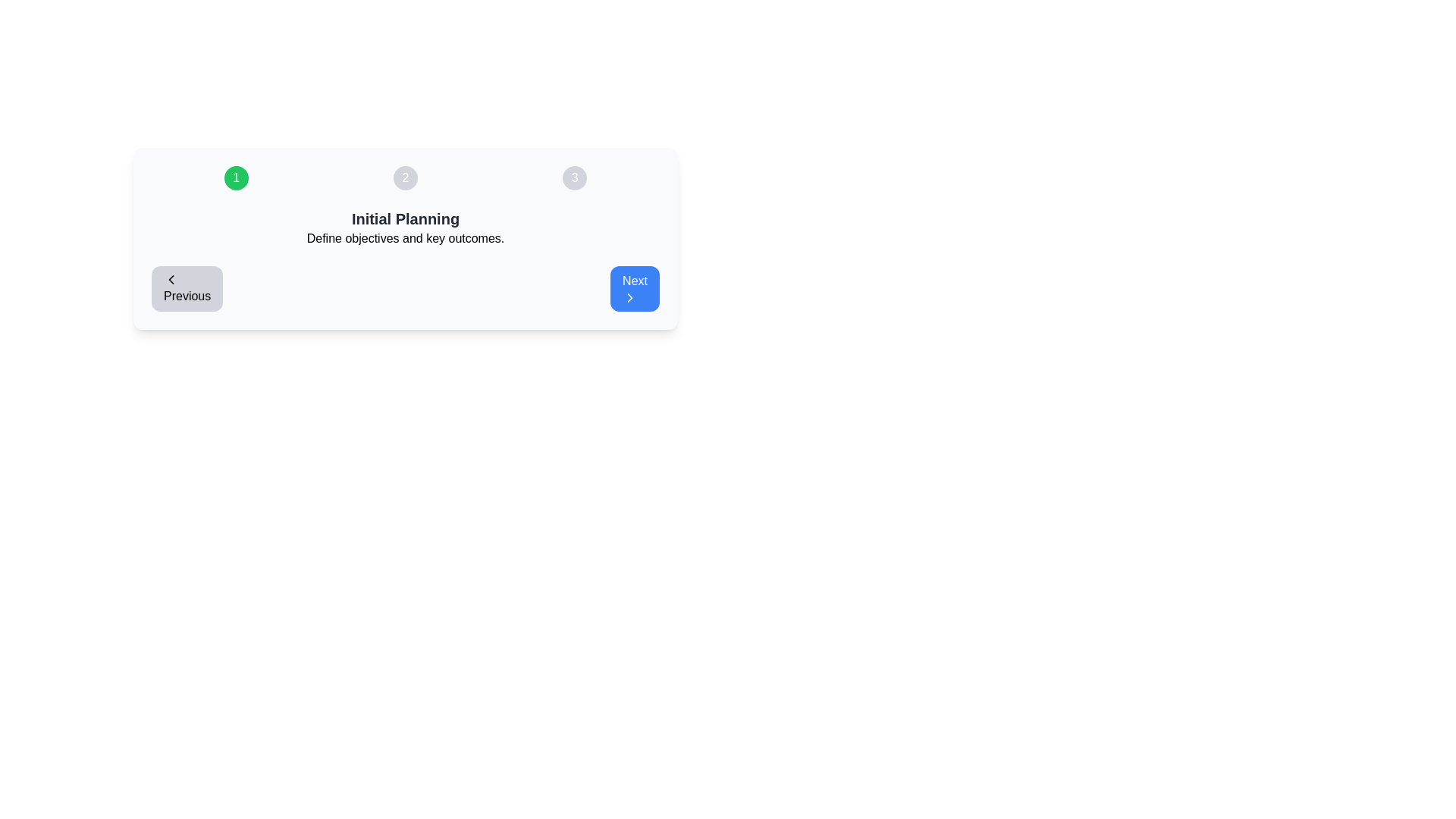  Describe the element at coordinates (235, 177) in the screenshot. I see `the Circular indicator button, which is the leftmost button in a horizontal sequence of three circular buttons, associated with the number '1'` at that location.